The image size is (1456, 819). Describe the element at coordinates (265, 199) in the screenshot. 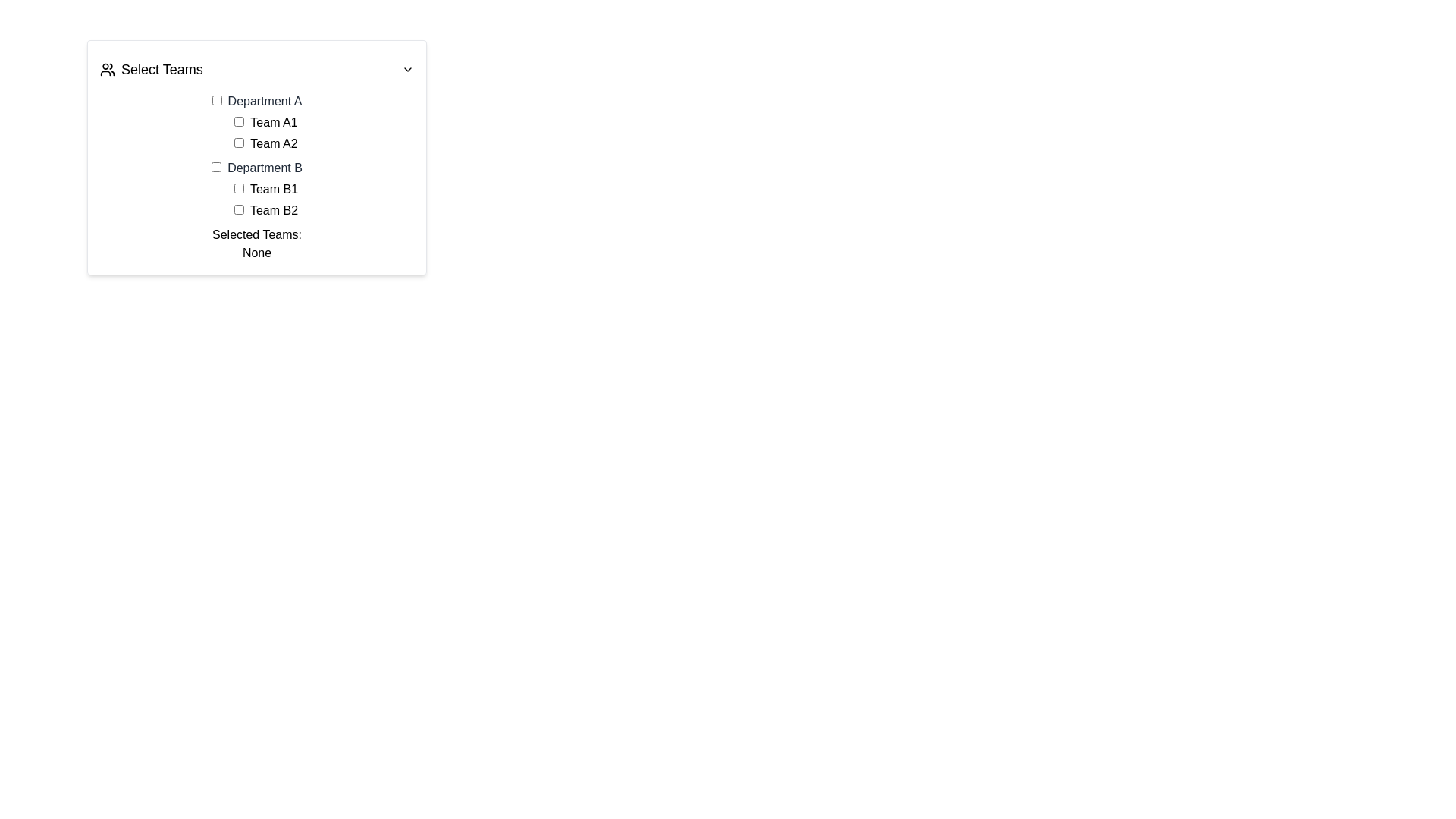

I see `the checkbox for 'Team B1' within the 'Department B' dropdown` at that location.